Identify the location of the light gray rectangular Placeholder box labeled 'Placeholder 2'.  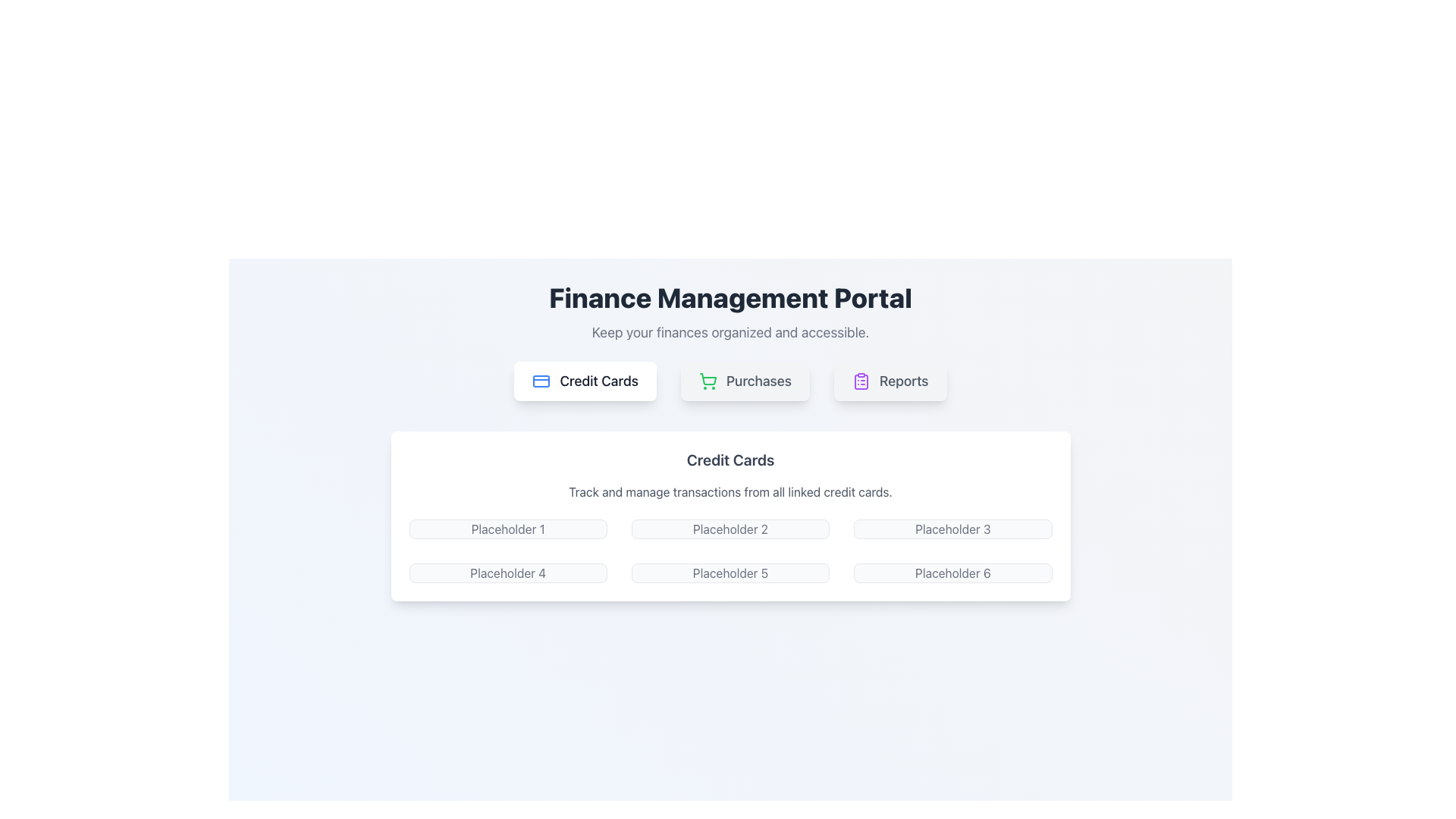
(730, 529).